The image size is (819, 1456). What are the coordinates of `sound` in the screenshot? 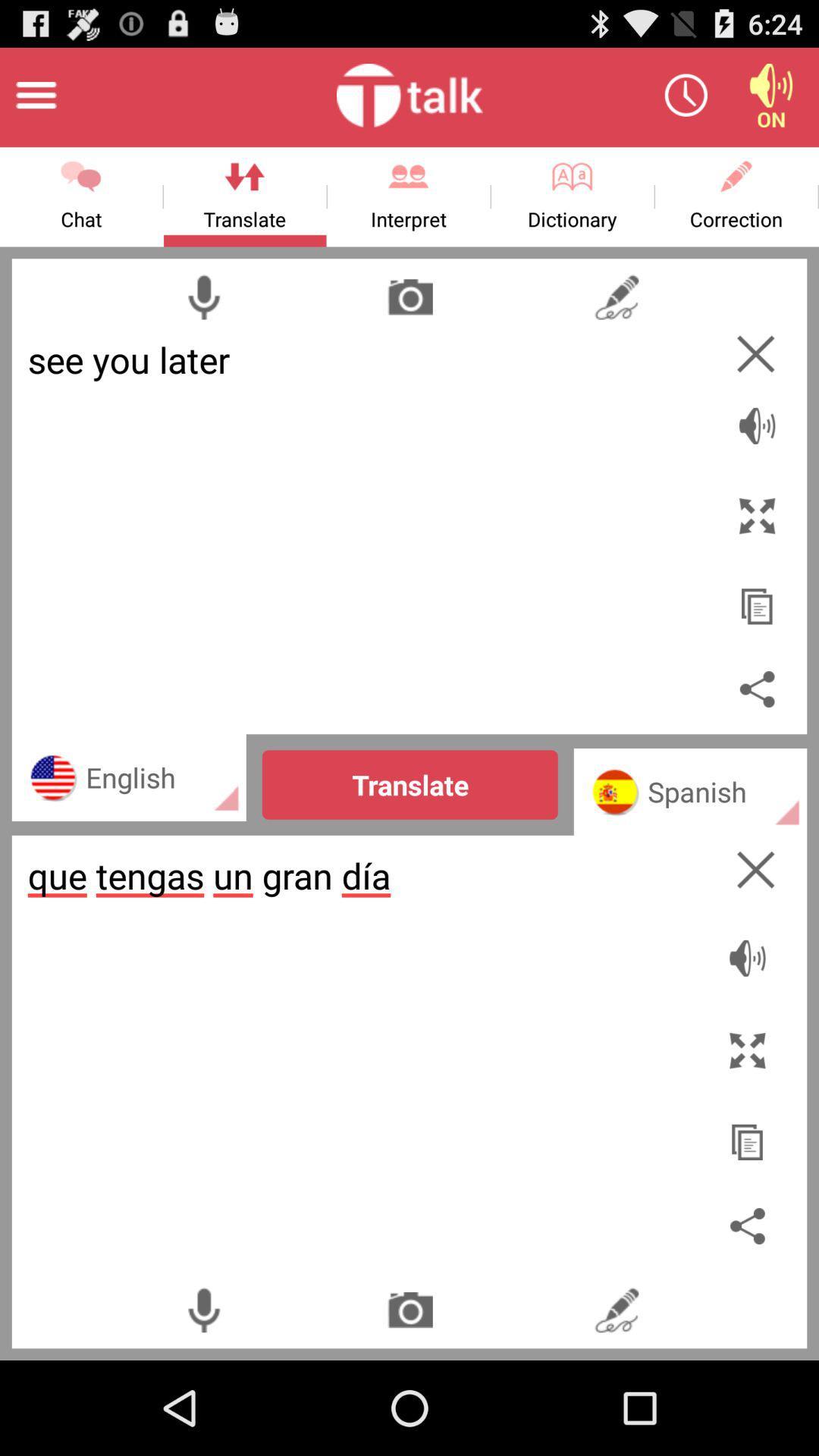 It's located at (757, 417).